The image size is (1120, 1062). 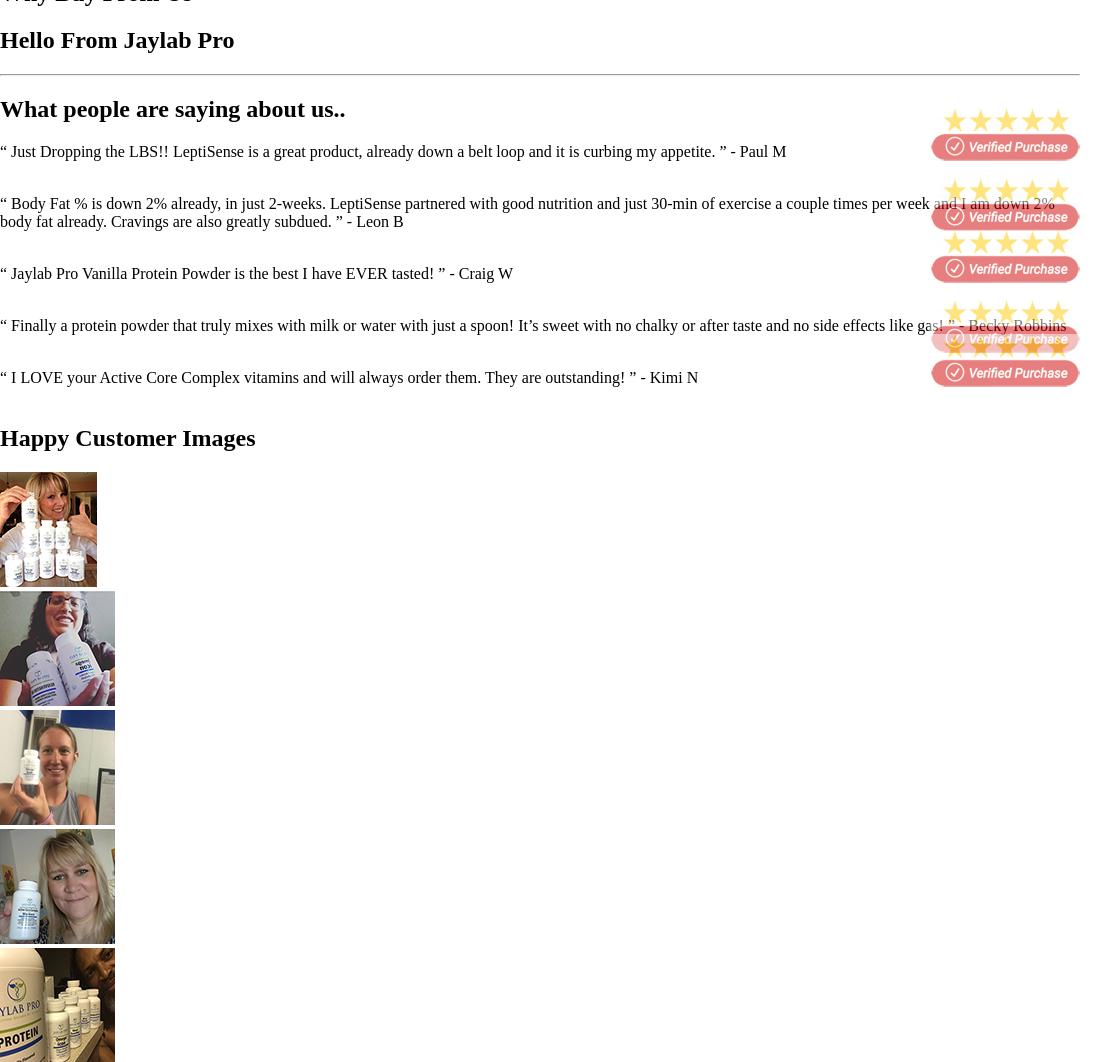 I want to click on '- Craig W', so click(x=480, y=271).